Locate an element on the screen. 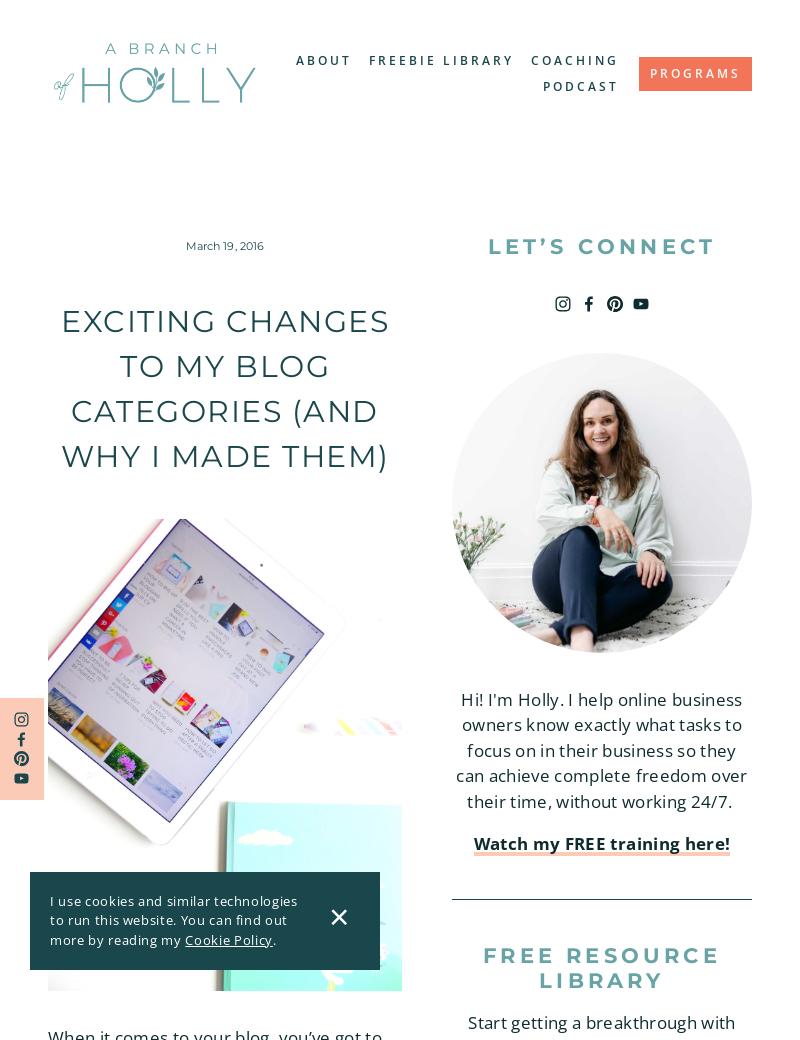  'Programs' is located at coordinates (649, 71).